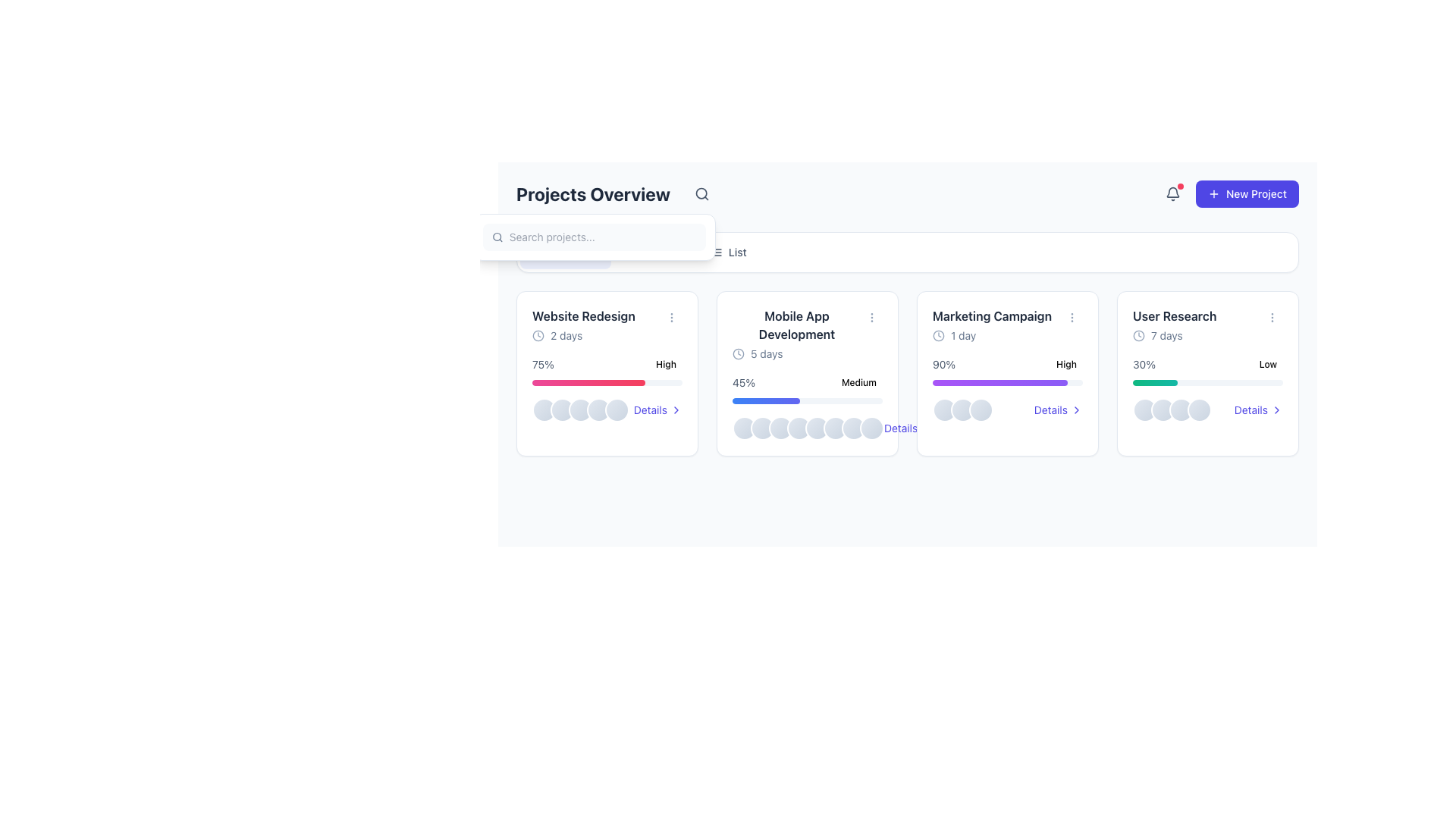 The image size is (1456, 819). I want to click on the Decorative circular icon with a gradient background, which is the seventh icon in a horizontal row of eight icons inside the 'Mobile App Development' card, so click(854, 428).